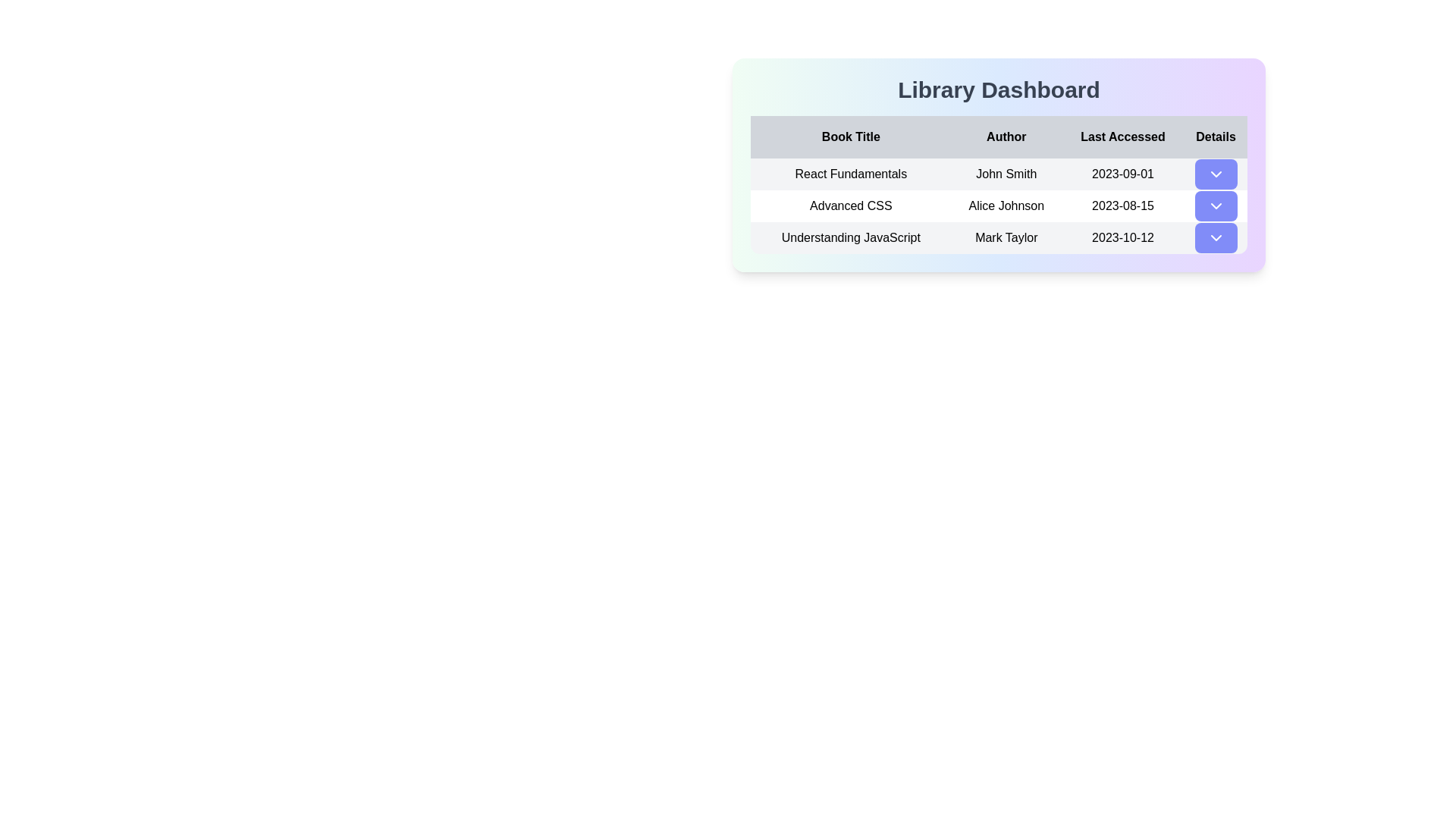  Describe the element at coordinates (851, 174) in the screenshot. I see `information from the text label titled 'React Fundamentals', located in the first column of the first row of the structured layout` at that location.